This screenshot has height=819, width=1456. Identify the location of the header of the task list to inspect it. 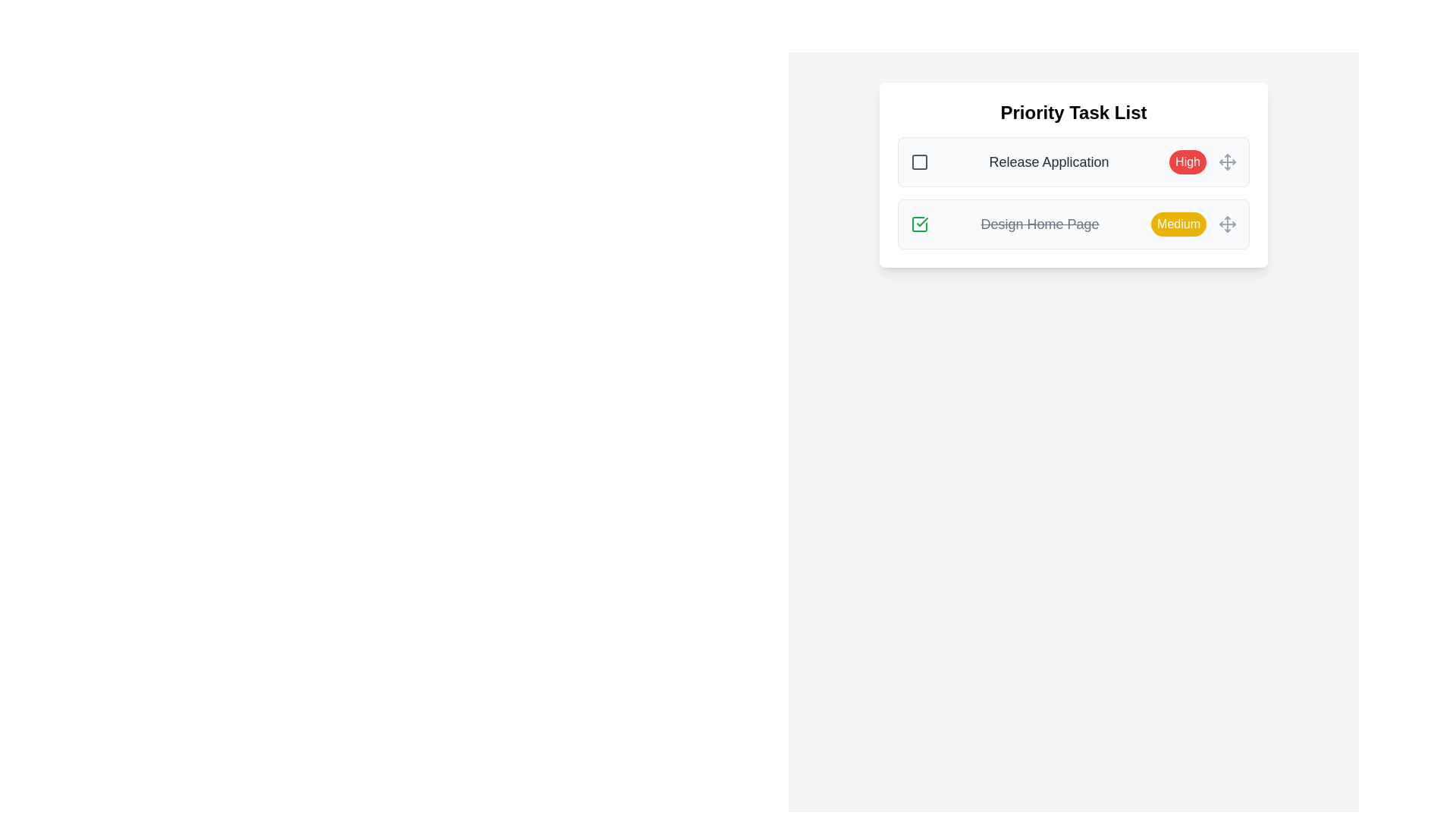
(1073, 112).